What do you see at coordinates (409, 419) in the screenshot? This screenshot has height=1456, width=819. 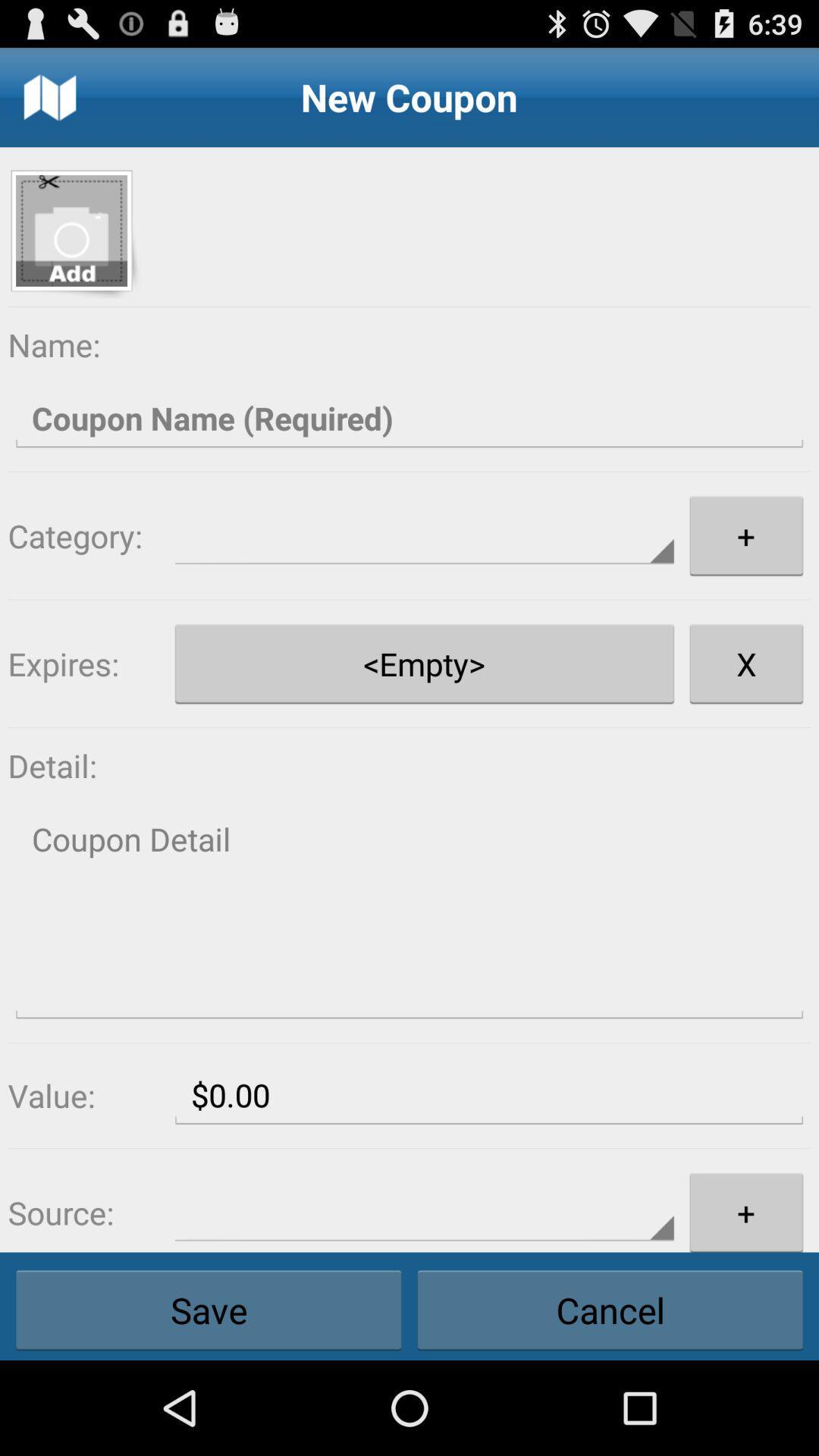 I see `coupon name` at bounding box center [409, 419].